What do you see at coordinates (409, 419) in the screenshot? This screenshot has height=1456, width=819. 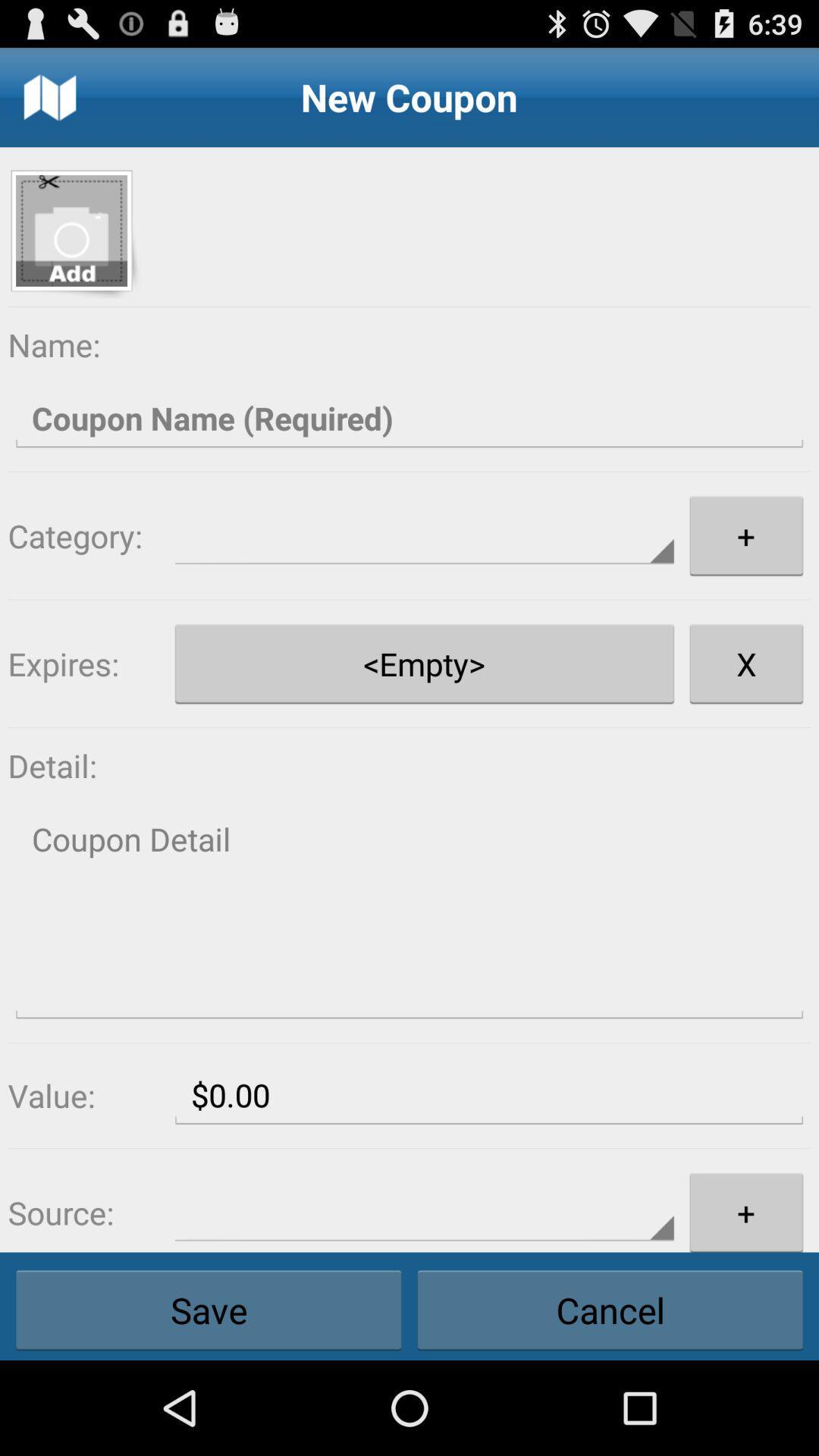 I see `coupon name` at bounding box center [409, 419].